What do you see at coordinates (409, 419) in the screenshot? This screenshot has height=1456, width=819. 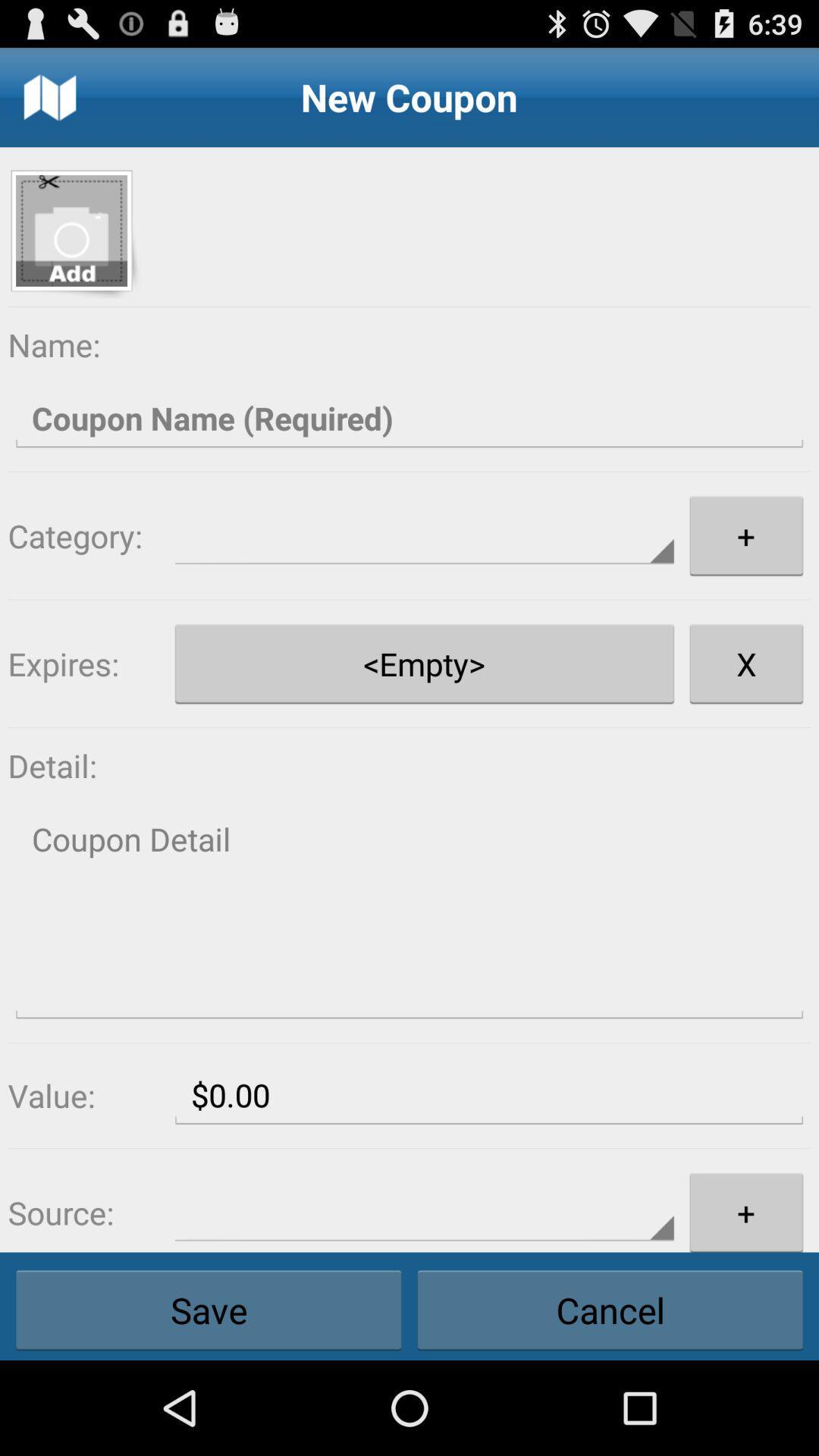 I see `coupon name` at bounding box center [409, 419].